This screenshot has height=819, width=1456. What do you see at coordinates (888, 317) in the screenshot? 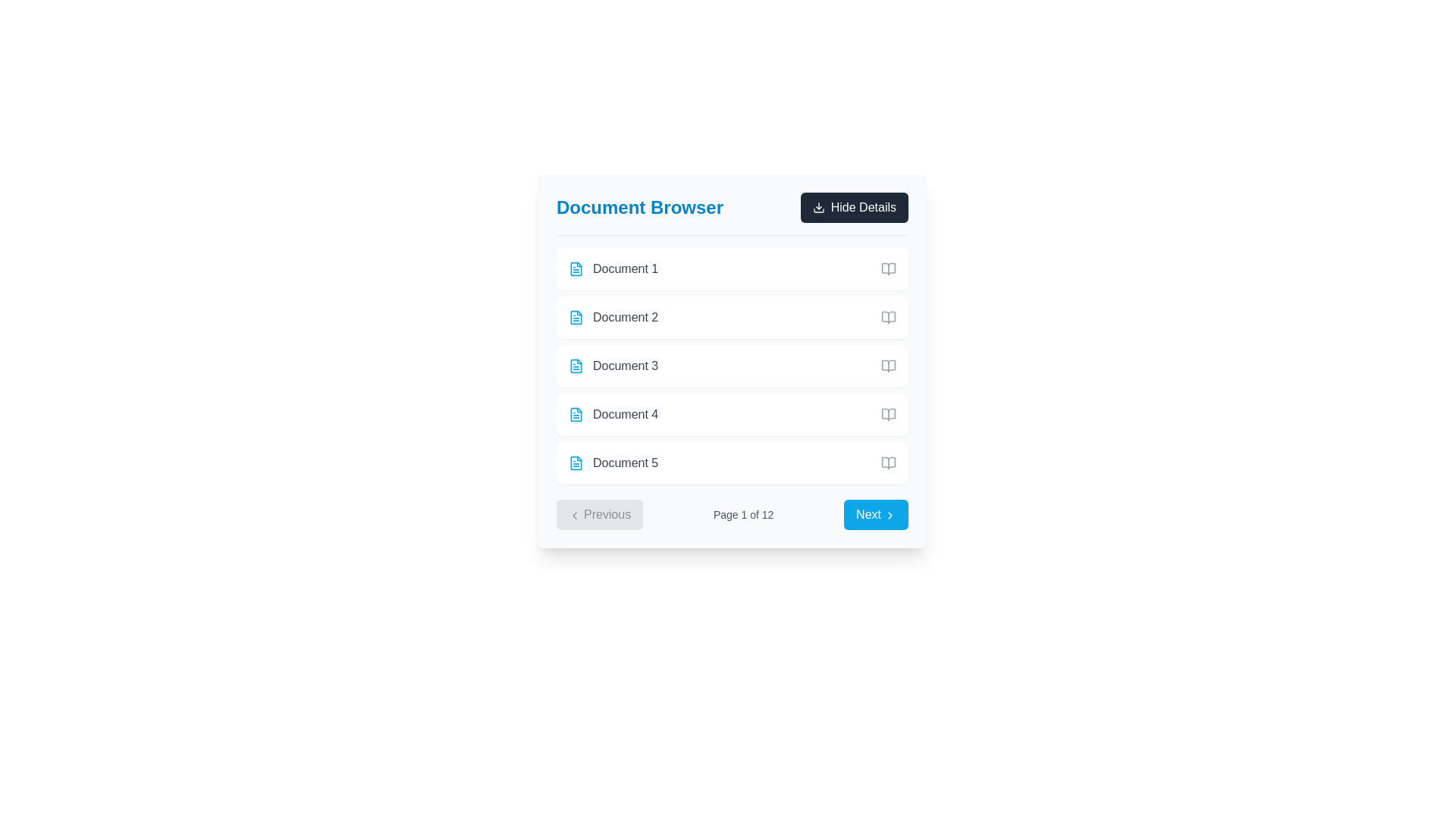
I see `the icon representing the action` at bounding box center [888, 317].